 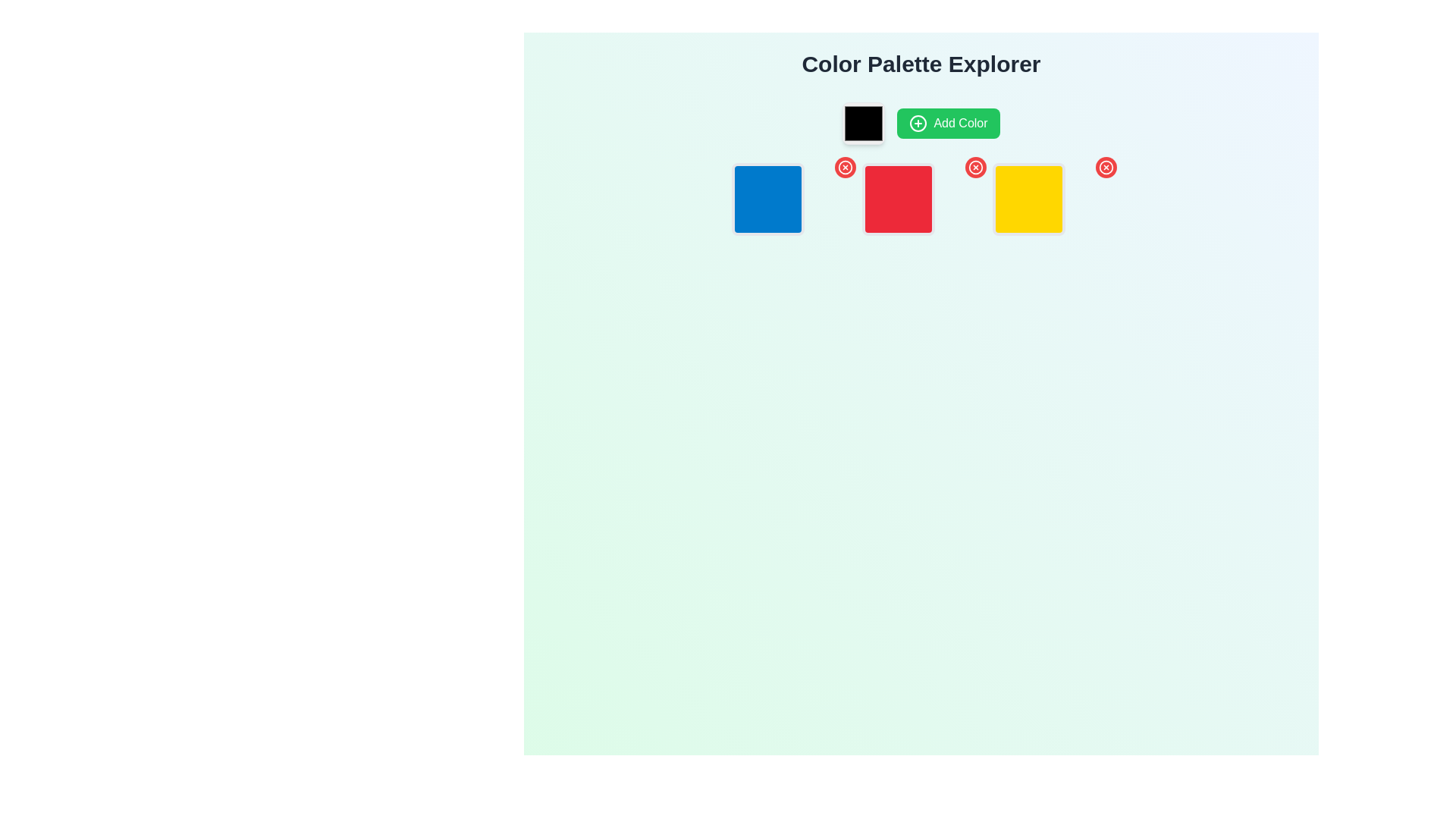 I want to click on the small circular button with a red background and white cross icon located at the top-right corner of a red square box, so click(x=975, y=167).